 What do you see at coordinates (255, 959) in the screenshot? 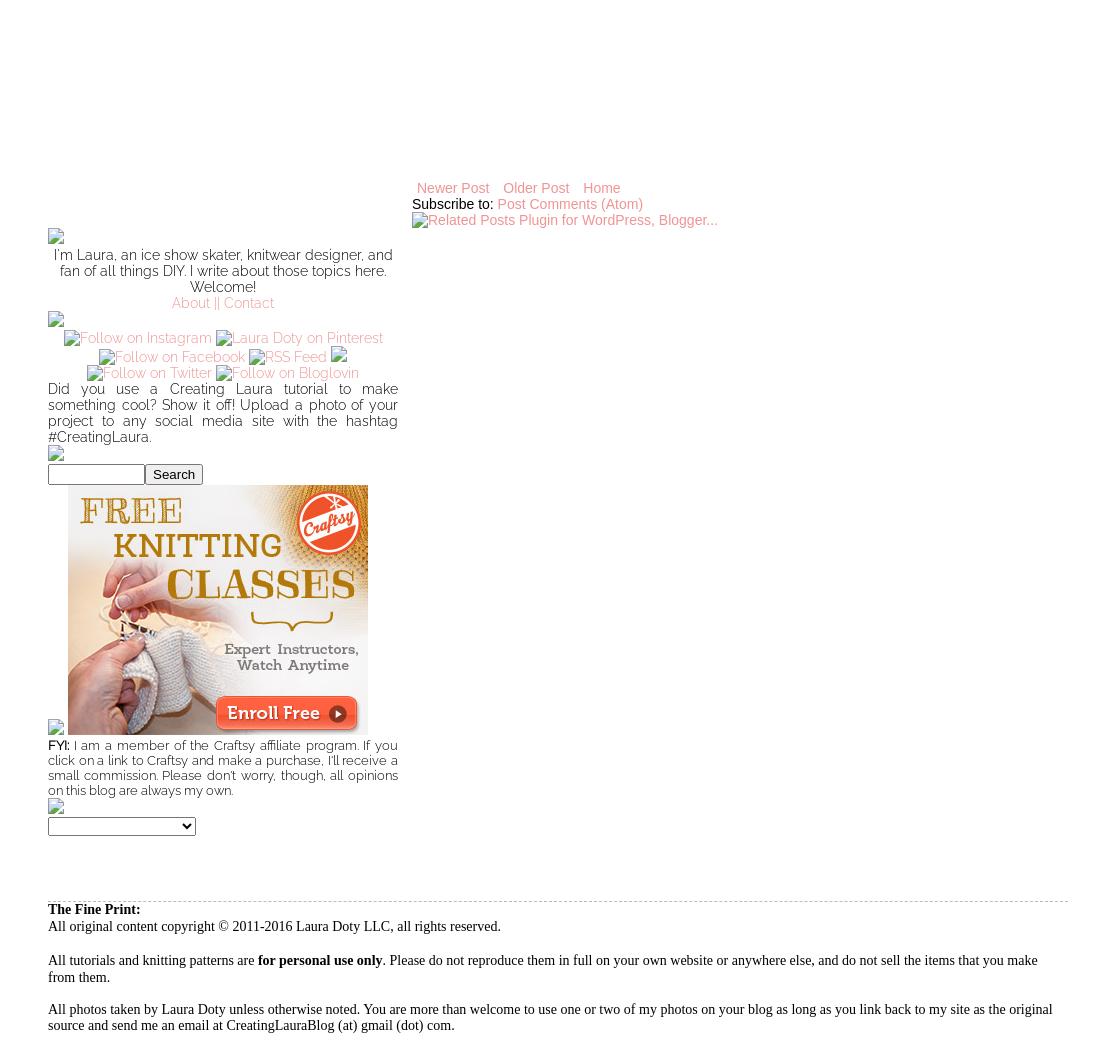
I see `'for personal use only'` at bounding box center [255, 959].